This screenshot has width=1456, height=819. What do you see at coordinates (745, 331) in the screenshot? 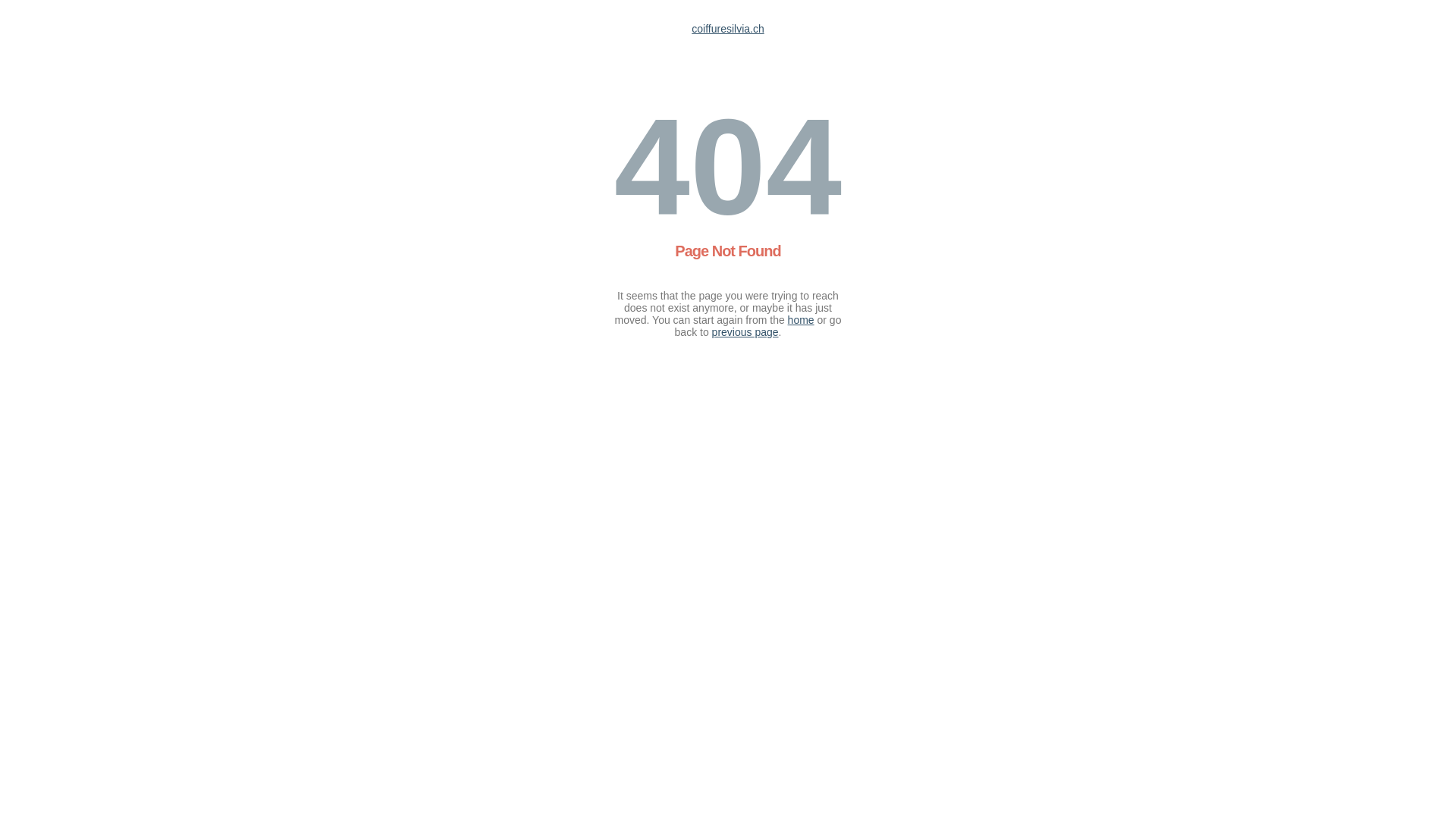
I see `'previous page'` at bounding box center [745, 331].